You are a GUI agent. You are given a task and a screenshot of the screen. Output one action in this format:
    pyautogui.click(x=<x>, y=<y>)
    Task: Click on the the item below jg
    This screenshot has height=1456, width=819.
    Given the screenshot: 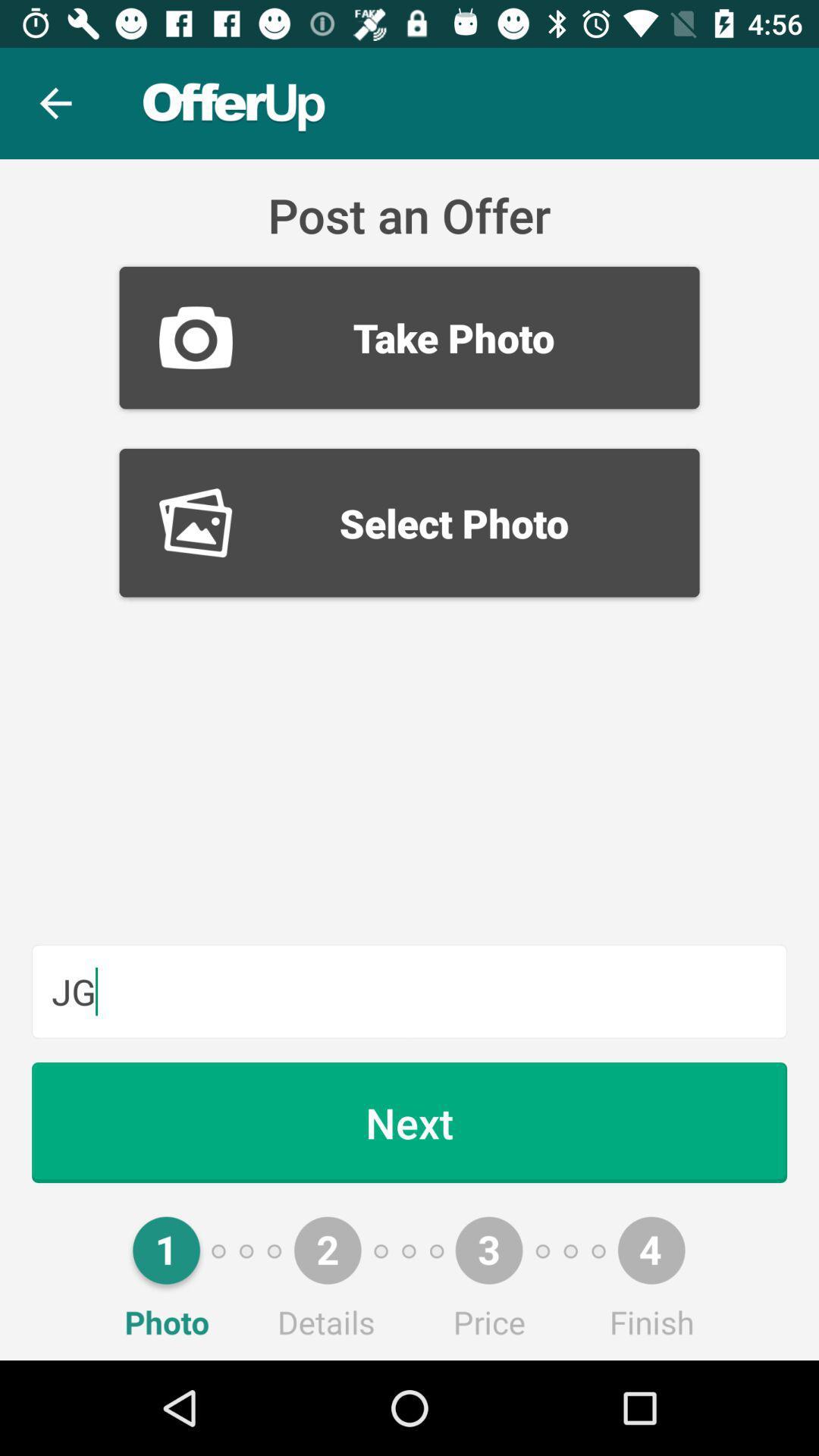 What is the action you would take?
    pyautogui.click(x=409, y=1122)
    